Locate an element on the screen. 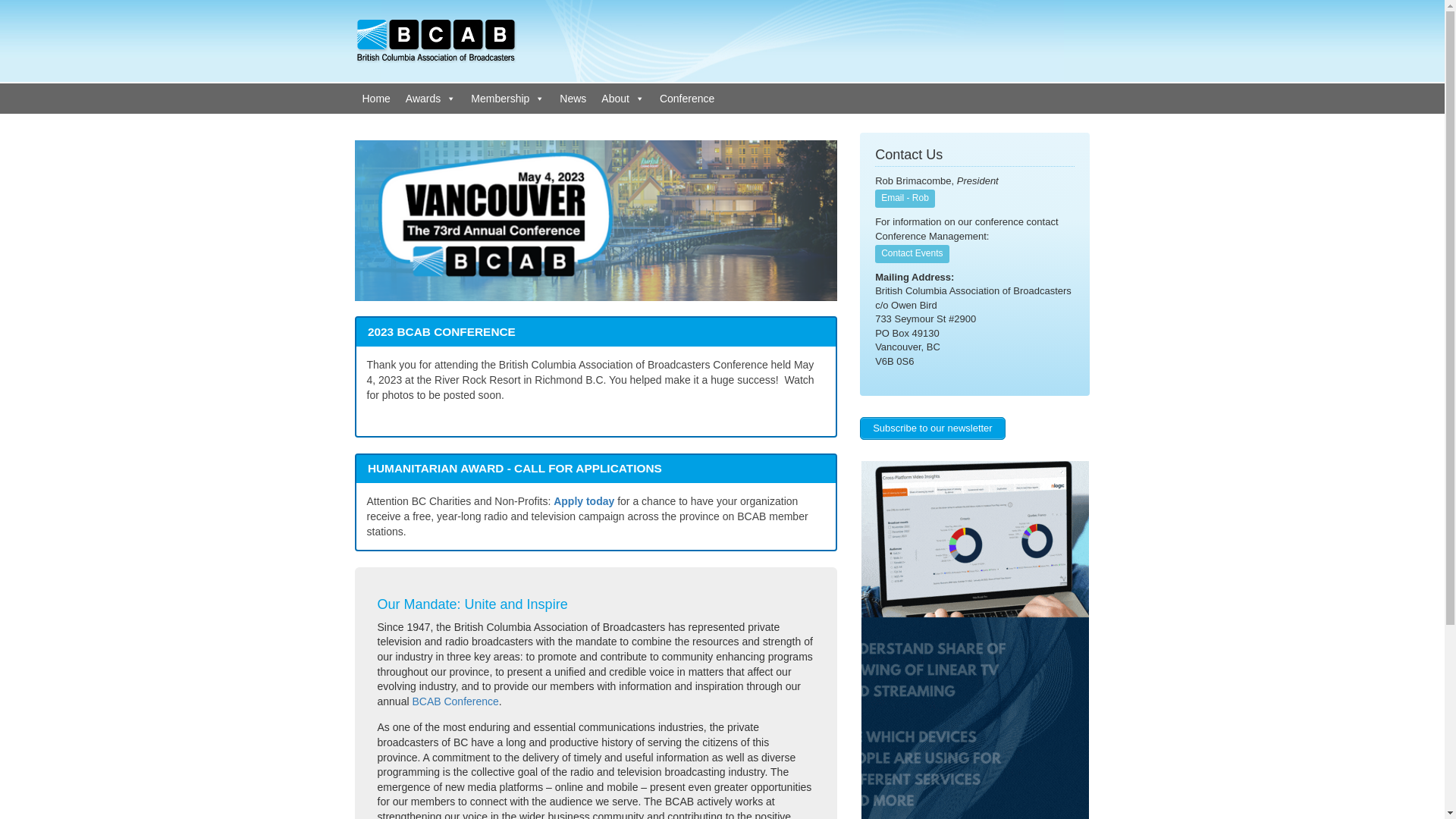 The height and width of the screenshot is (819, 1456). 'BCAB Conference' is located at coordinates (454, 701).